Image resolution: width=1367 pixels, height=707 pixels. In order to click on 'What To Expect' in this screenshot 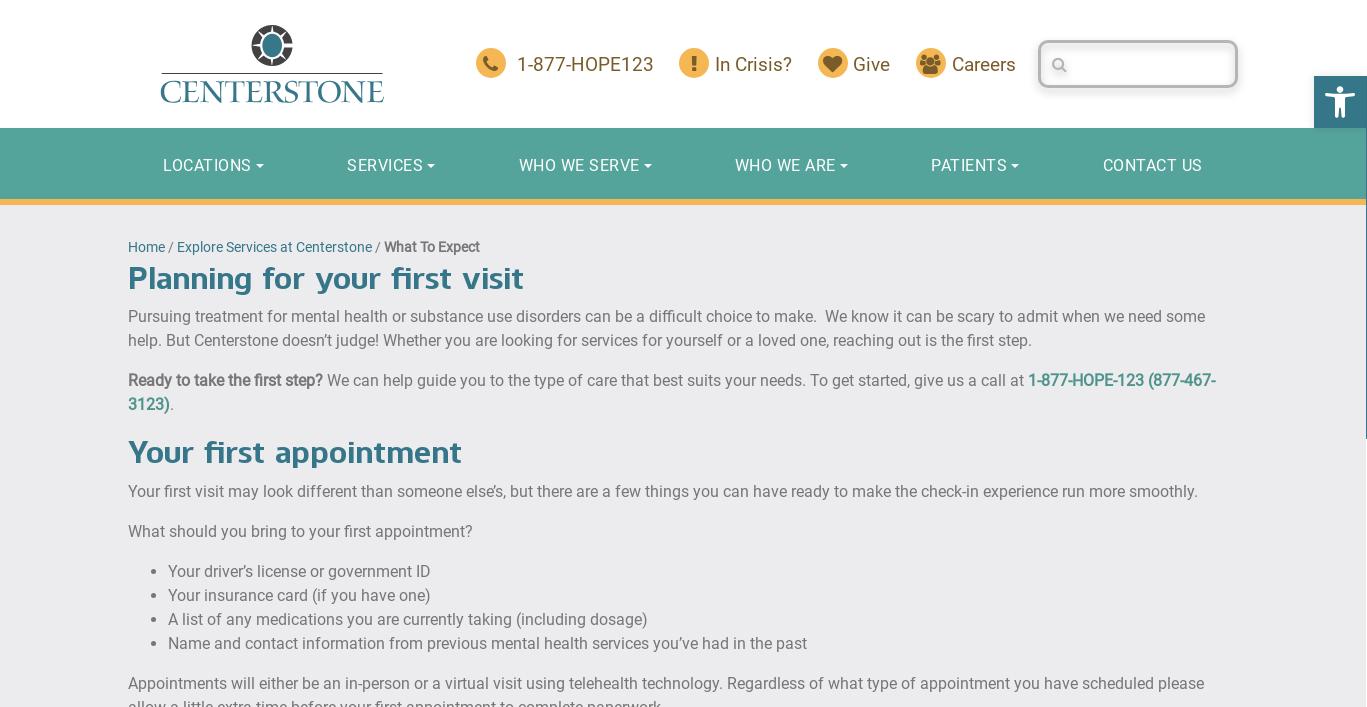, I will do `click(430, 244)`.